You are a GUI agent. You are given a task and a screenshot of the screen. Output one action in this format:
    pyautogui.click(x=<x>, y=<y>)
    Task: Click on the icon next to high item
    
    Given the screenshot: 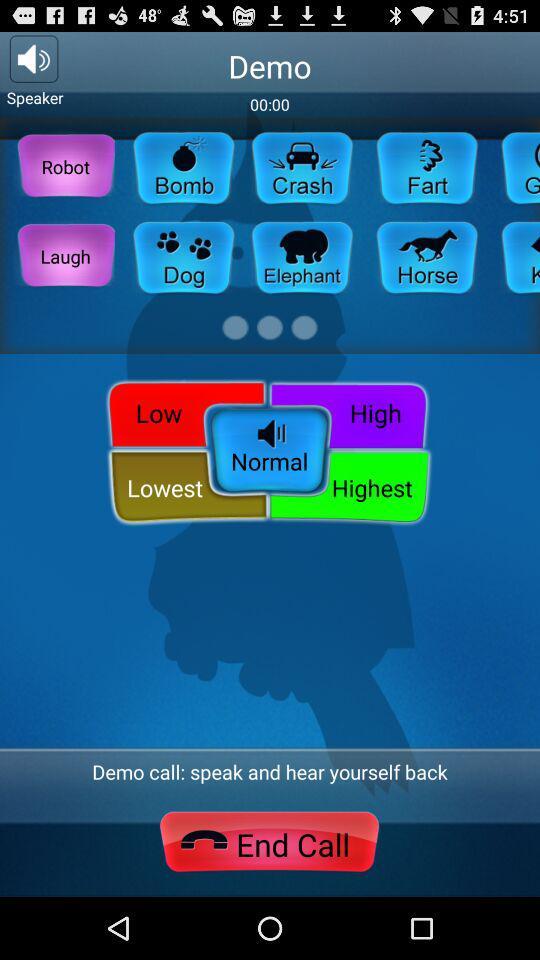 What is the action you would take?
    pyautogui.click(x=182, y=411)
    